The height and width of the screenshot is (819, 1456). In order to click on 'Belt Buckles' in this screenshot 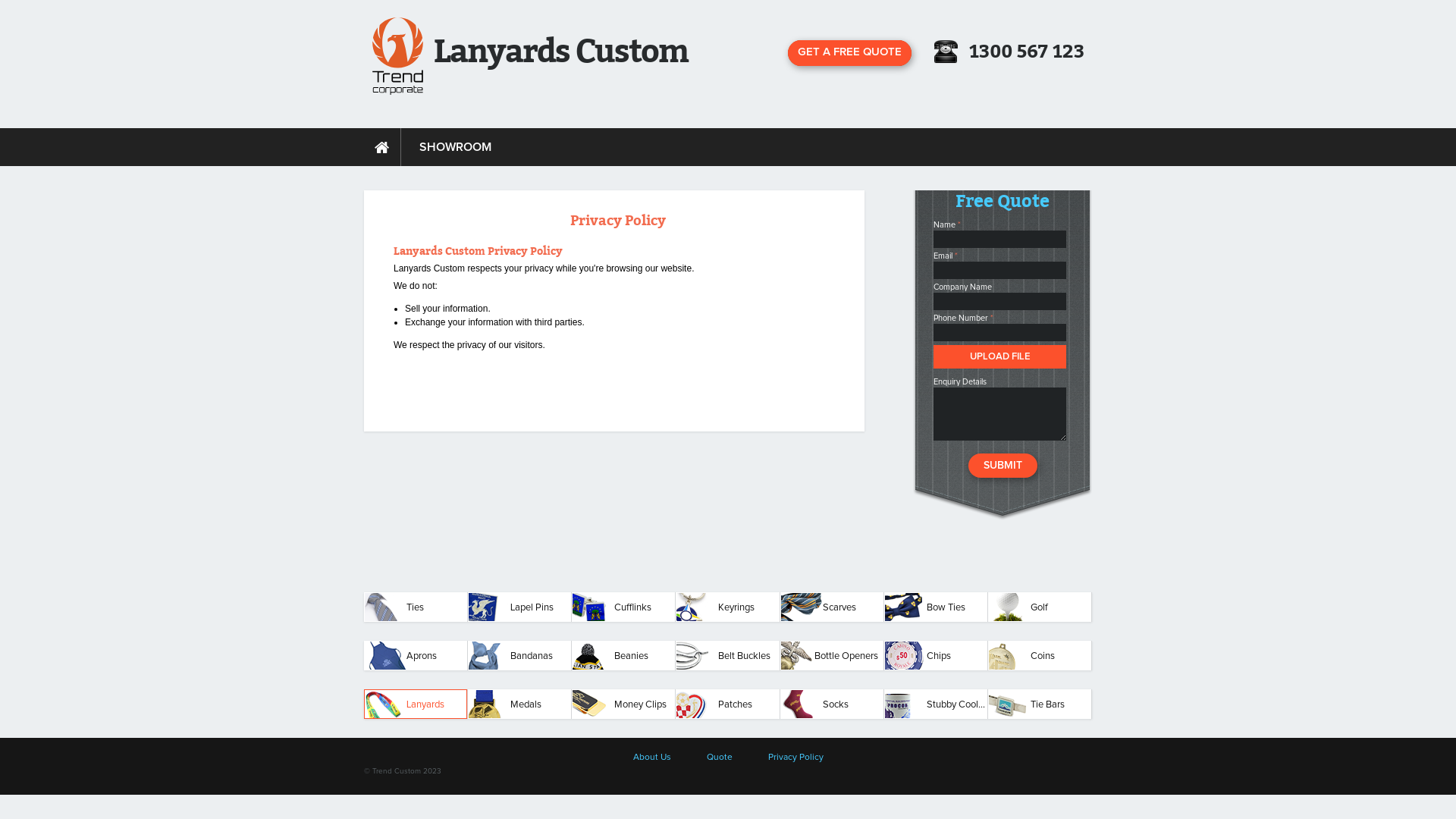, I will do `click(726, 654)`.